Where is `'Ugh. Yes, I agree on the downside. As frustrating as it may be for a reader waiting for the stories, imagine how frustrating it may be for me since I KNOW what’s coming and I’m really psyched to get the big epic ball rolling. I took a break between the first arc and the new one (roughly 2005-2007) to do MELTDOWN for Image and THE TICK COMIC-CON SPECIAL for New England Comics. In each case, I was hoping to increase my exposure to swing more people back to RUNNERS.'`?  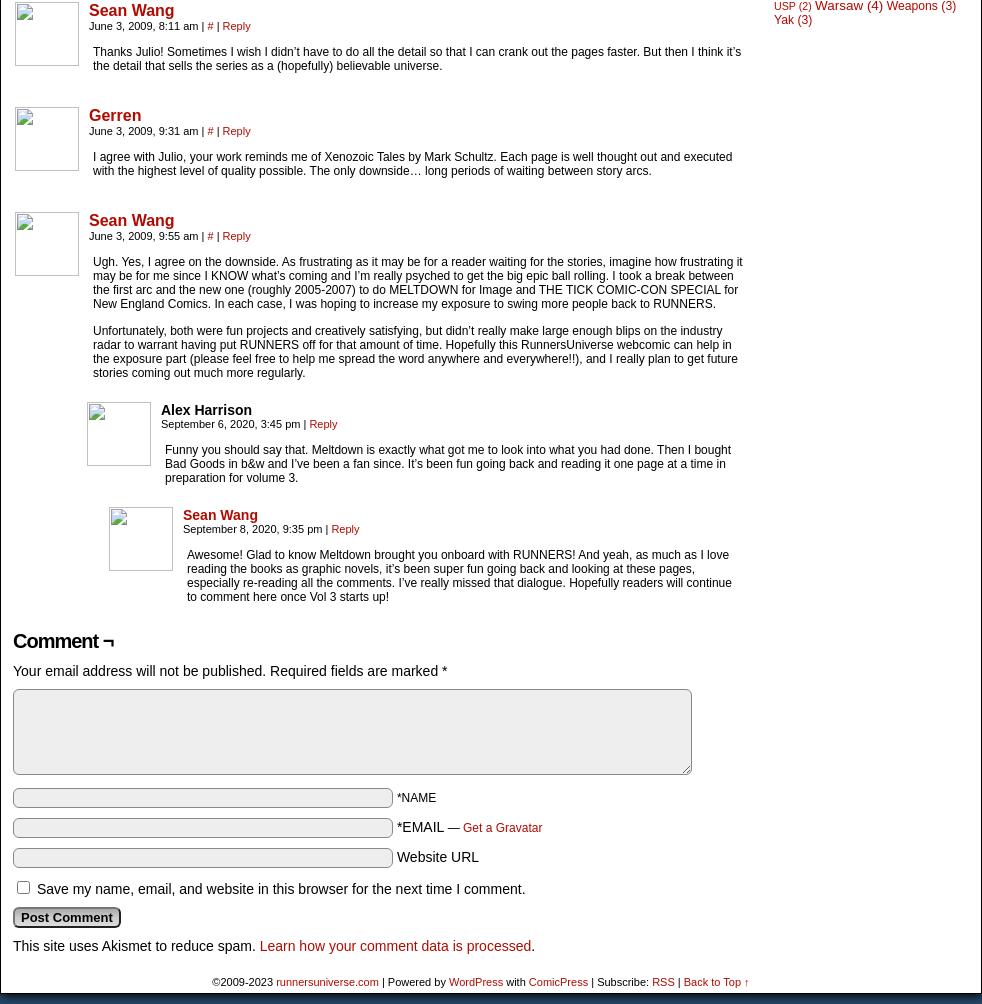
'Ugh. Yes, I agree on the downside. As frustrating as it may be for a reader waiting for the stories, imagine how frustrating it may be for me since I KNOW what’s coming and I’m really psyched to get the big epic ball rolling. I took a break between the first arc and the new one (roughly 2005-2007) to do MELTDOWN for Image and THE TICK COMIC-CON SPECIAL for New England Comics. In each case, I was hoping to increase my exposure to swing more people back to RUNNERS.' is located at coordinates (417, 282).